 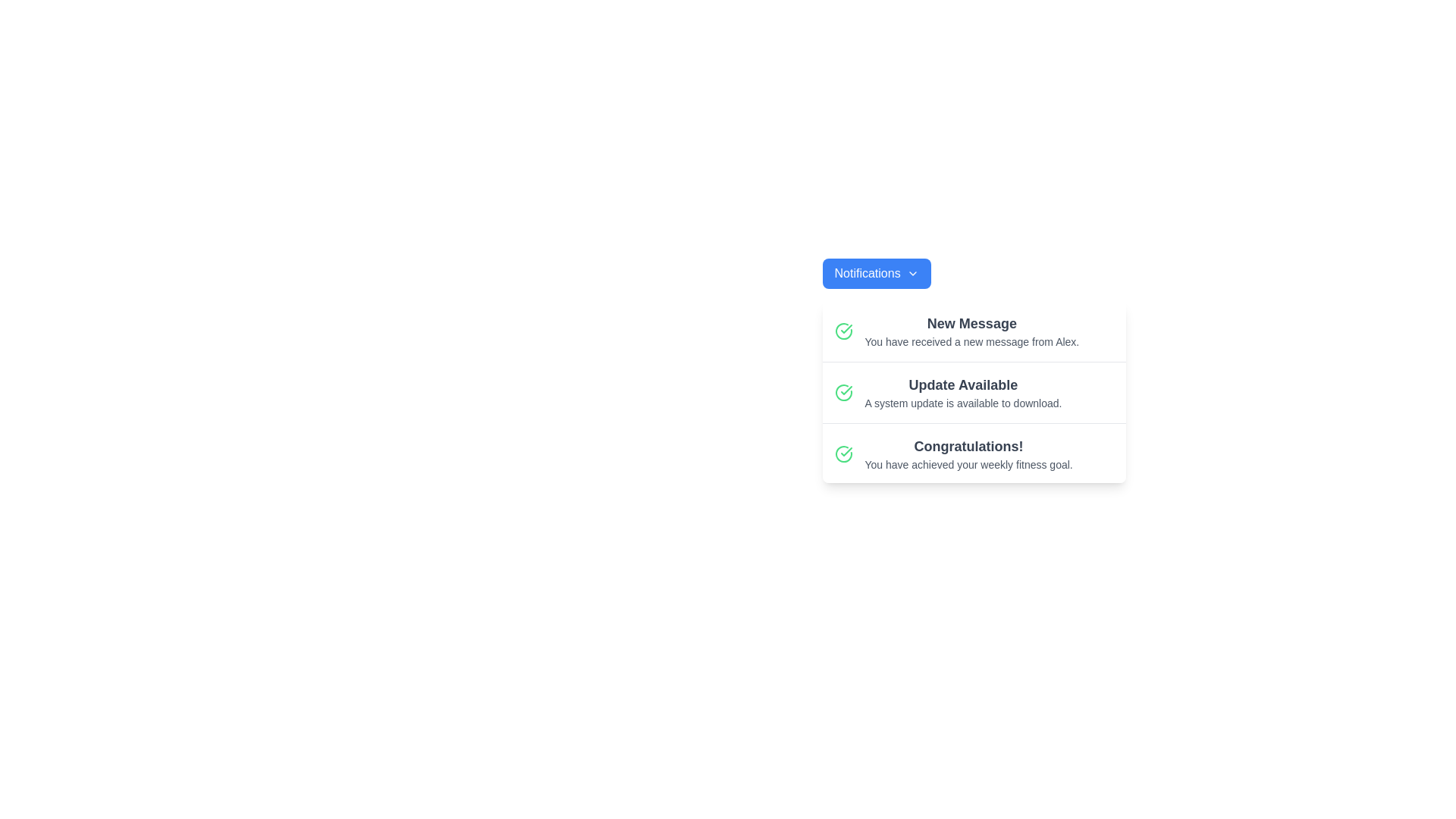 I want to click on the first notification item in the list to read the details about the new message from Alex, so click(x=974, y=331).